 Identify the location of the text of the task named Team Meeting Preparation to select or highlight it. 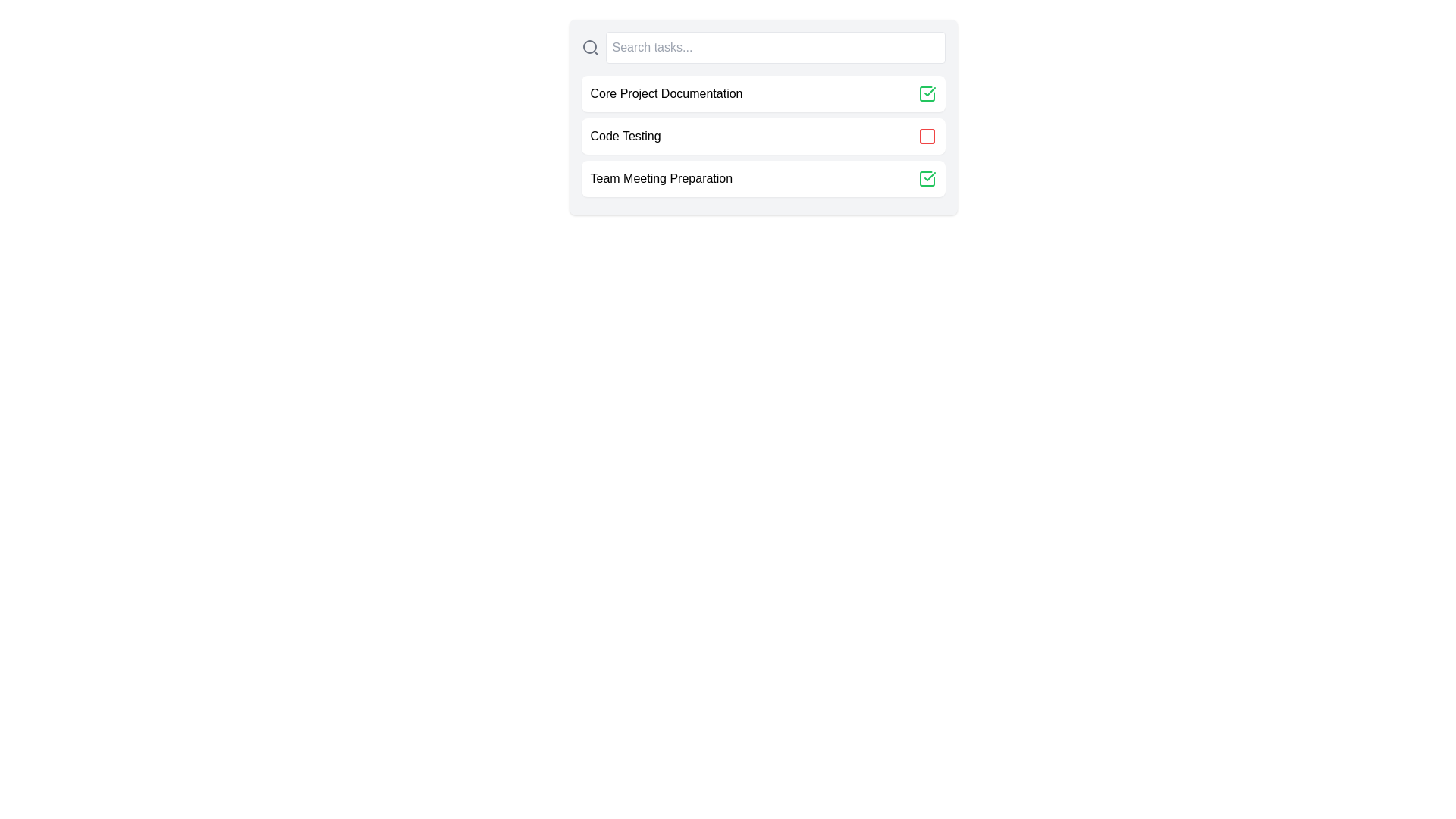
(661, 177).